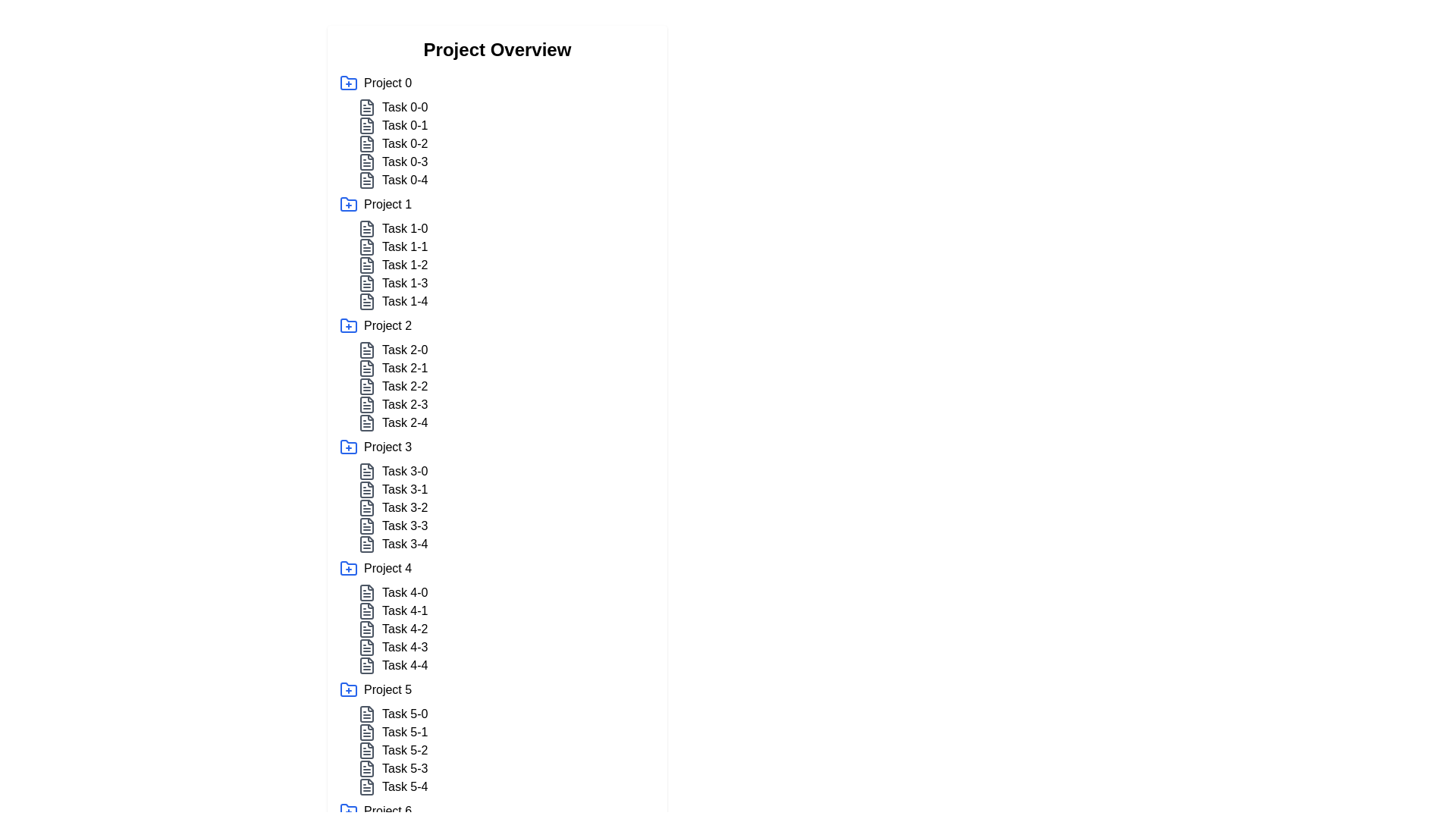  I want to click on the 'Project 5' Text Label, so click(388, 690).